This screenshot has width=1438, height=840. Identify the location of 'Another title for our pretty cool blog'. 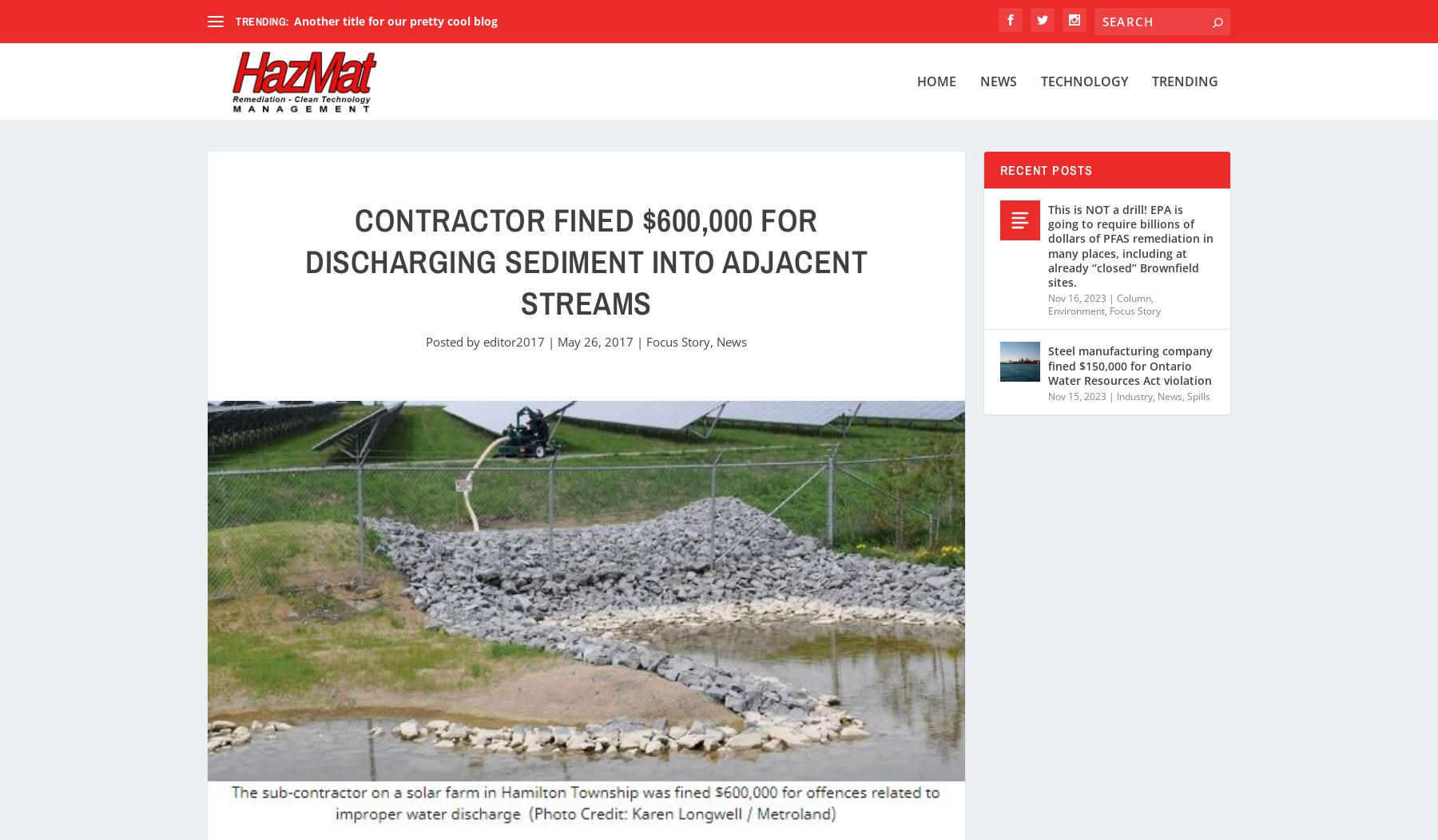
(394, 20).